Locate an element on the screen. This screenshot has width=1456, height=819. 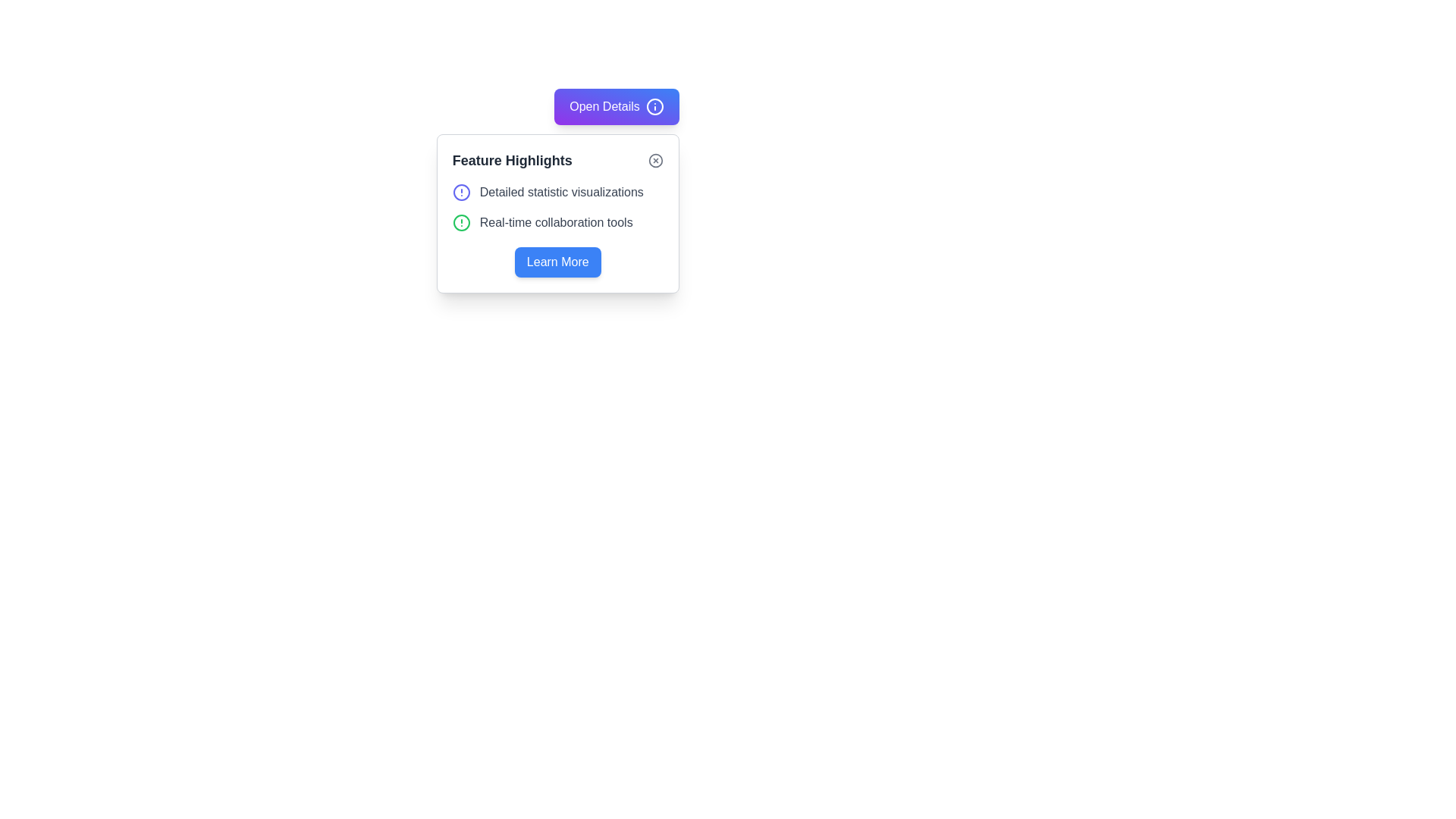
the button located in the lower portion of the white card labeled 'Feature Highlights' is located at coordinates (557, 262).